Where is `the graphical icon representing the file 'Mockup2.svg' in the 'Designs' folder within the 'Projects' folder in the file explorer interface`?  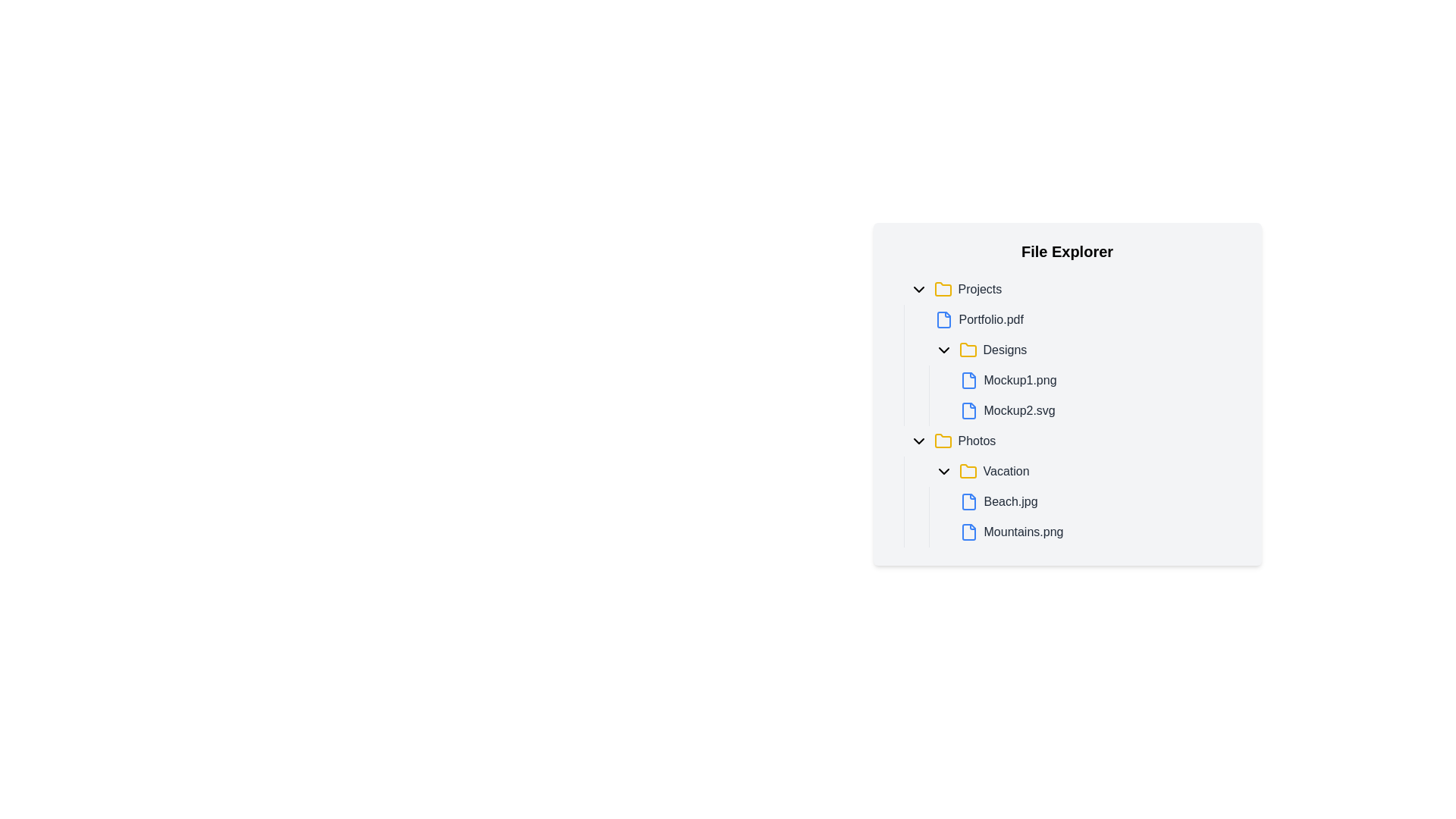 the graphical icon representing the file 'Mockup2.svg' in the 'Designs' folder within the 'Projects' folder in the file explorer interface is located at coordinates (968, 411).